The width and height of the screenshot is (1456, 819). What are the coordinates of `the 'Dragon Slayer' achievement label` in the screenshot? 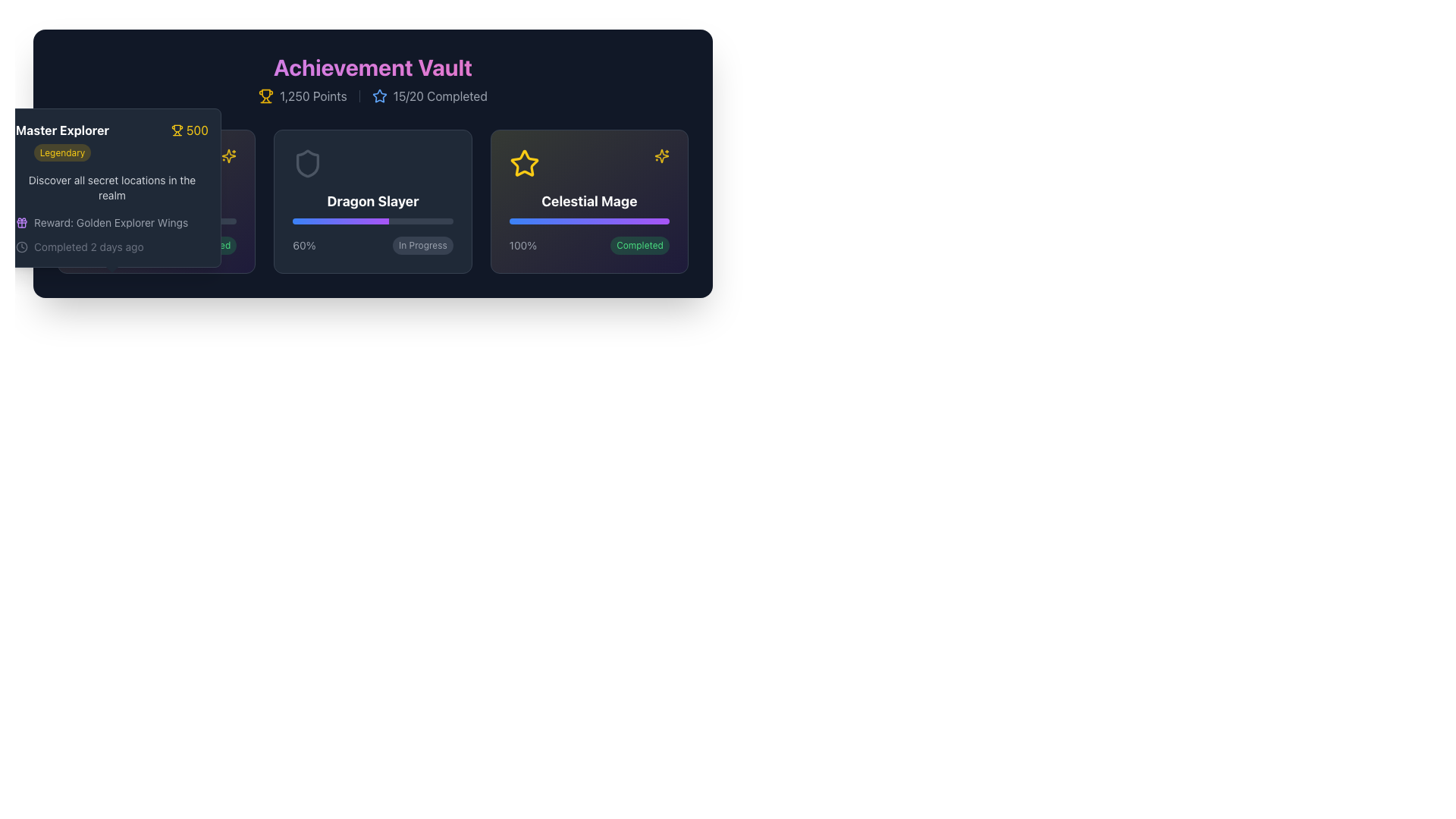 It's located at (372, 201).